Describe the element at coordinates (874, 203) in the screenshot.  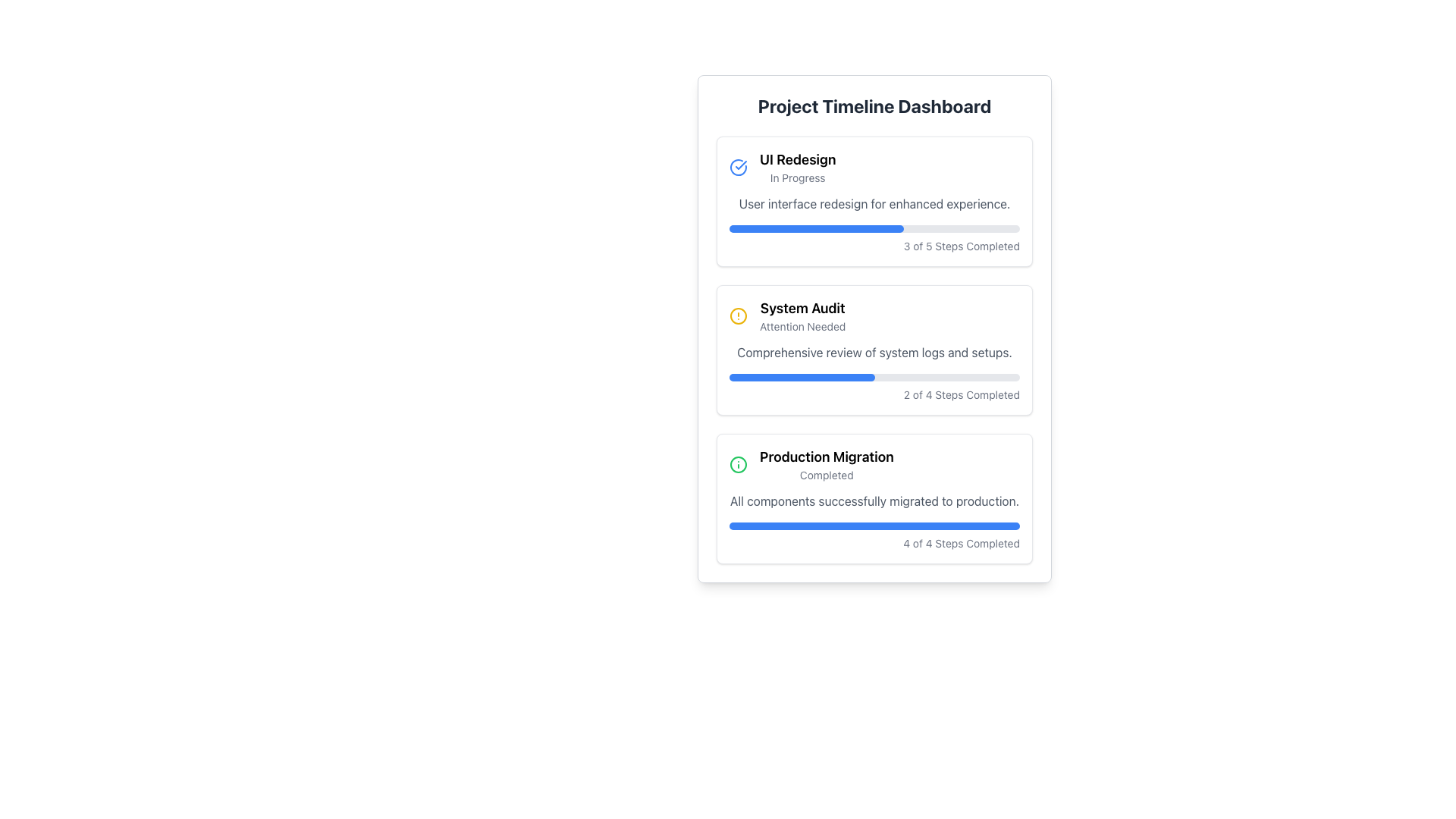
I see `the text label that reads 'User interface redesign for enhanced experience.' located in the Project Timeline Dashboard, positioned below the heading and above the progress bar` at that location.